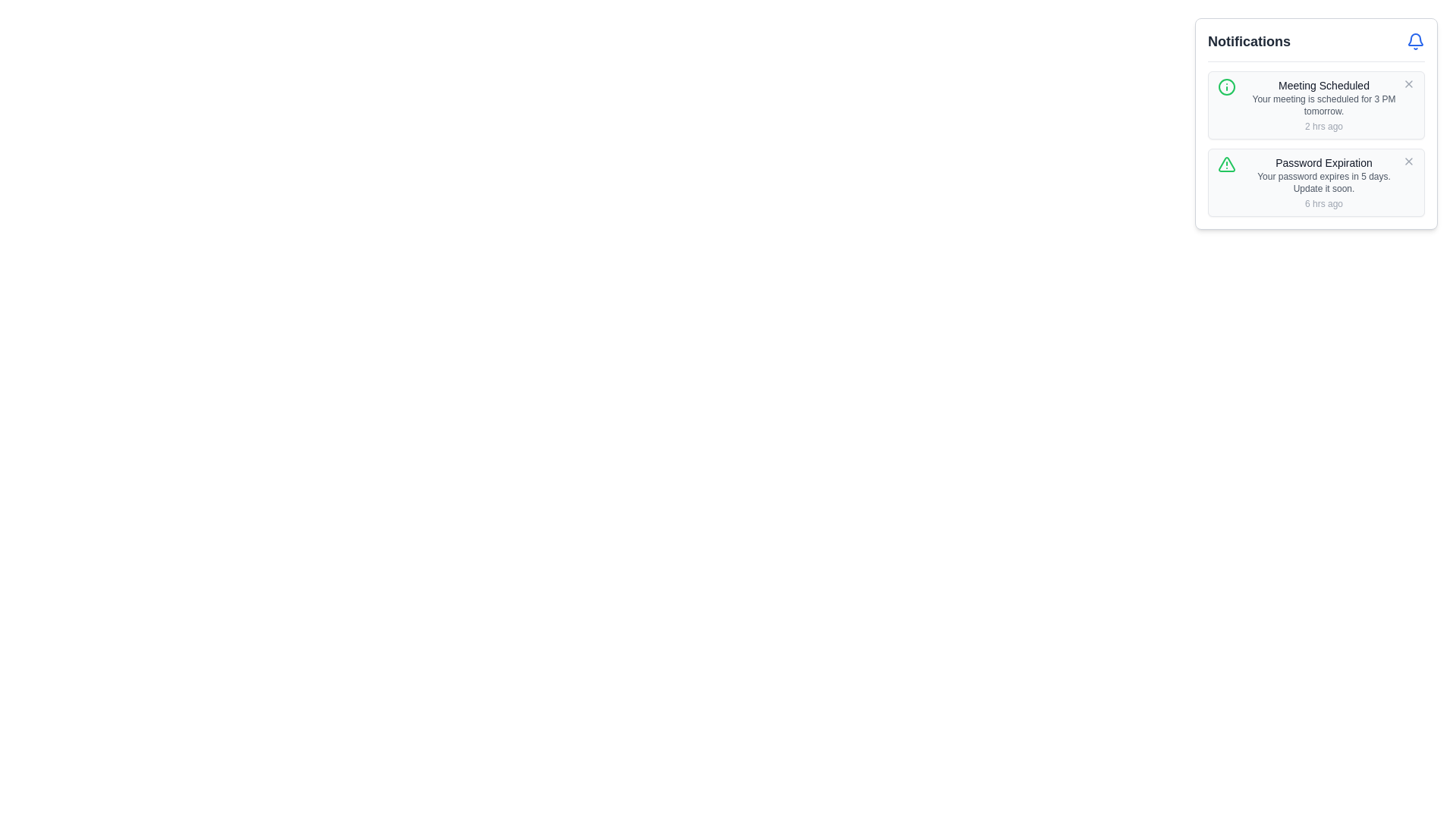 This screenshot has width=1456, height=819. What do you see at coordinates (1323, 104) in the screenshot?
I see `text label specifying the scheduled meeting time, which states 'Your meeting is scheduled for 3 PM tomorrow.'` at bounding box center [1323, 104].